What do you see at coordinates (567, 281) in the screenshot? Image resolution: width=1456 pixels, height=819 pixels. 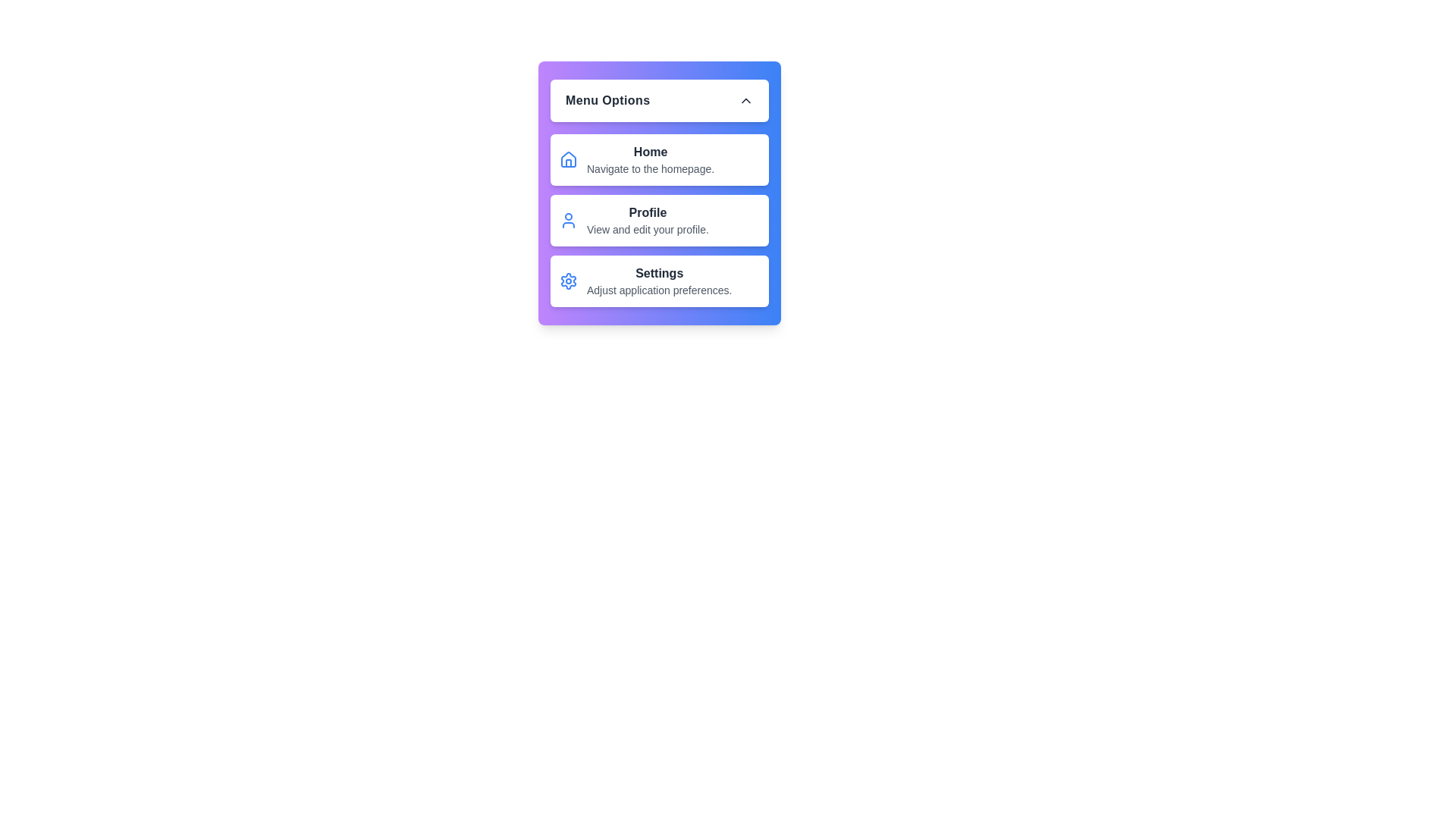 I see `the icon corresponding to the menu option Settings` at bounding box center [567, 281].